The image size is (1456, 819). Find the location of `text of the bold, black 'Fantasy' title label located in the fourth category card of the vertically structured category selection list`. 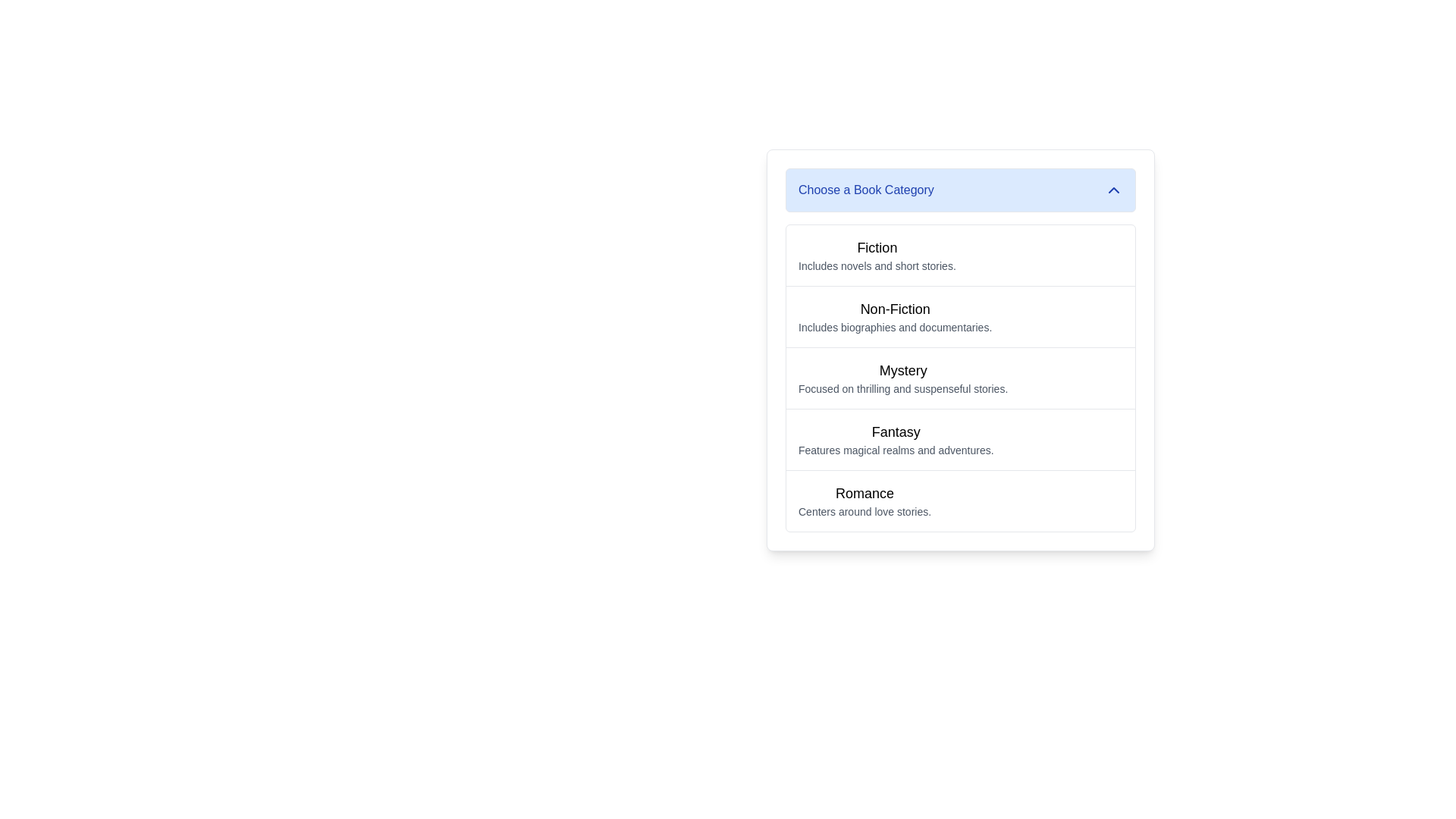

text of the bold, black 'Fantasy' title label located in the fourth category card of the vertically structured category selection list is located at coordinates (896, 432).